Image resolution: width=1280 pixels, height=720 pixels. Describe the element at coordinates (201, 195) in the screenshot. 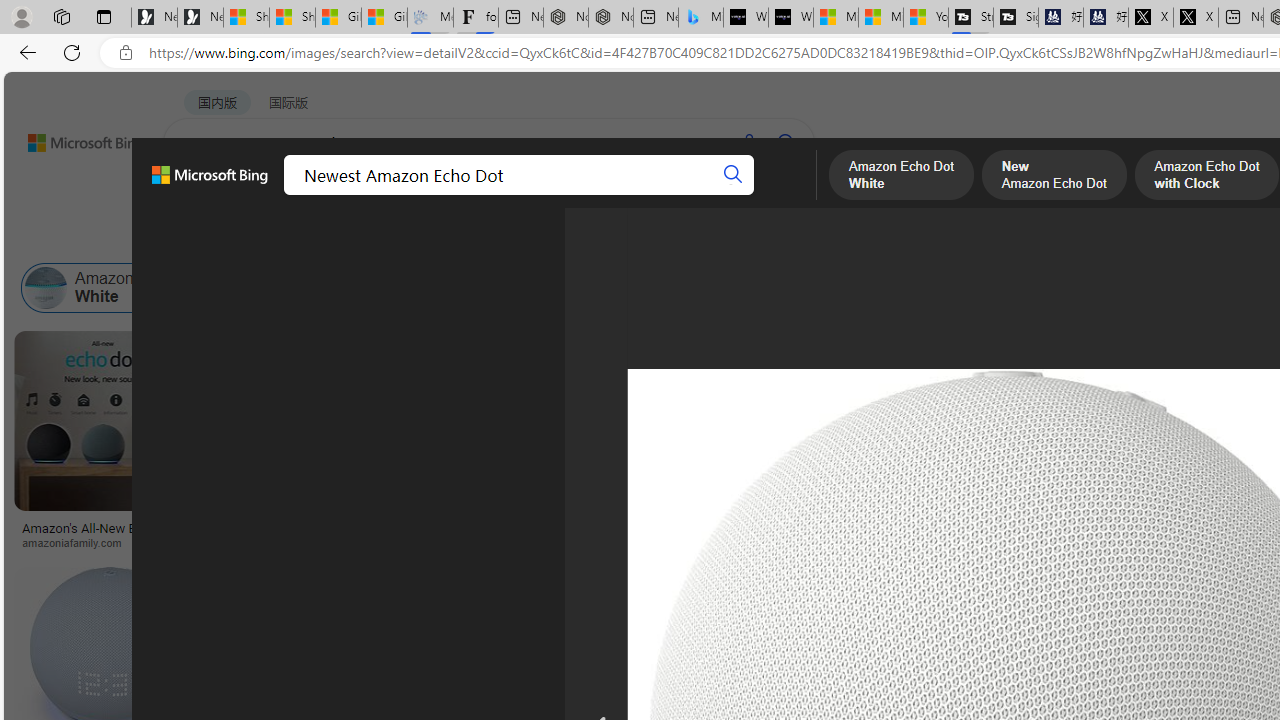

I see `'WEB'` at that location.